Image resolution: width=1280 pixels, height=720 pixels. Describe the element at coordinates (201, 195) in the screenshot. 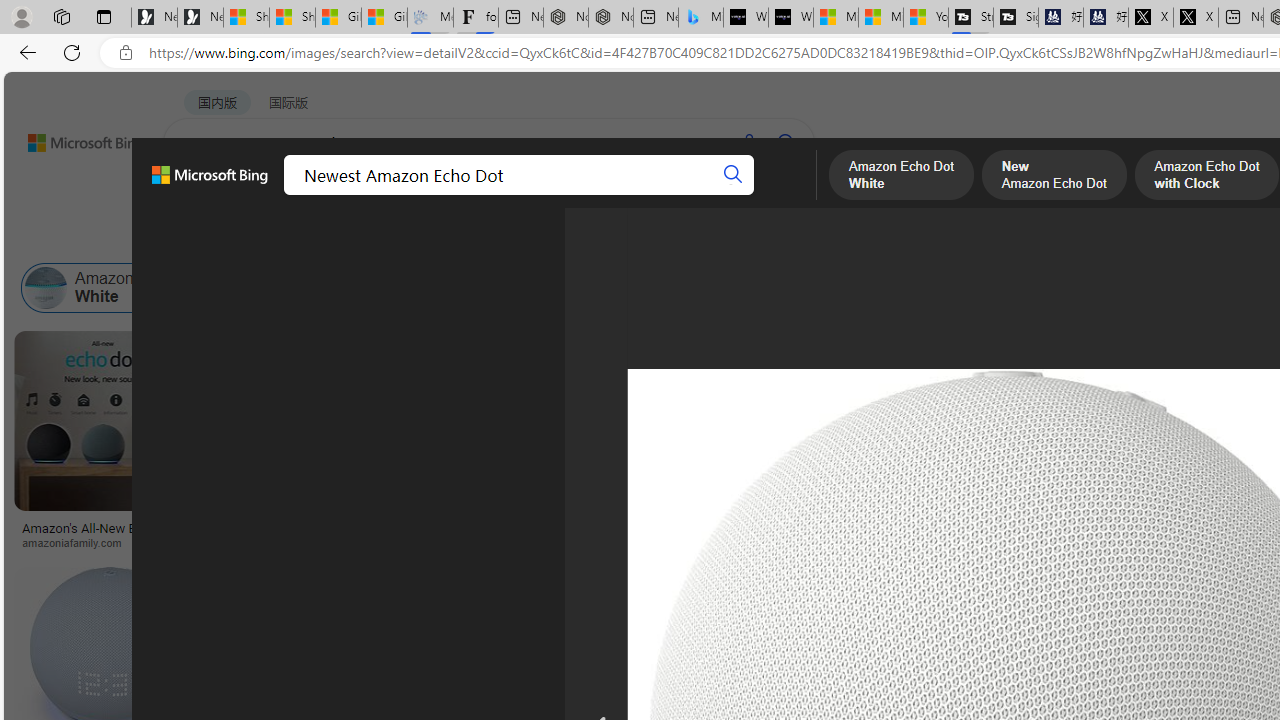

I see `'WEB'` at that location.